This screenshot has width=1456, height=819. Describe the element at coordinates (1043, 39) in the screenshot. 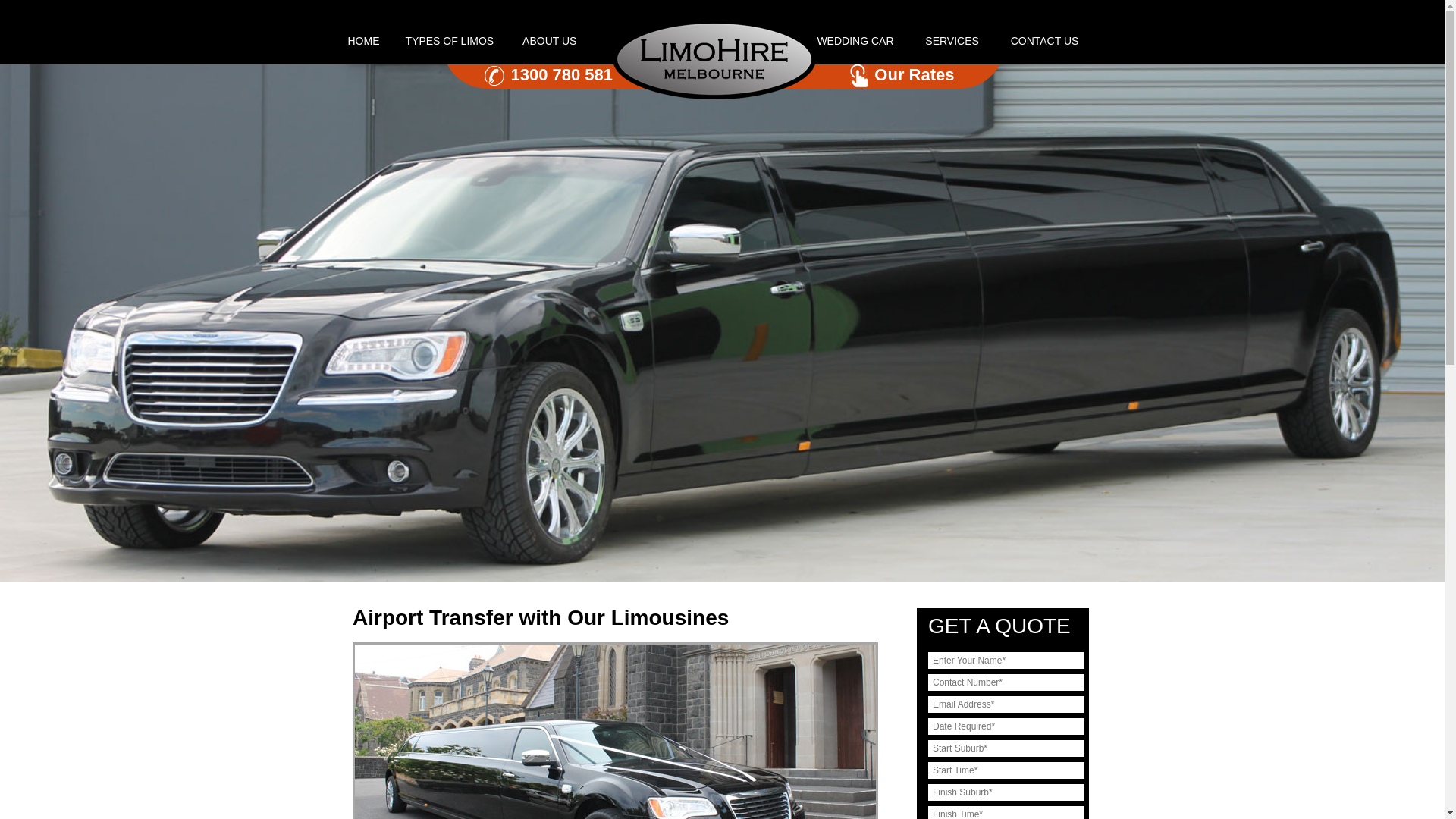

I see `'CONTACT US'` at that location.